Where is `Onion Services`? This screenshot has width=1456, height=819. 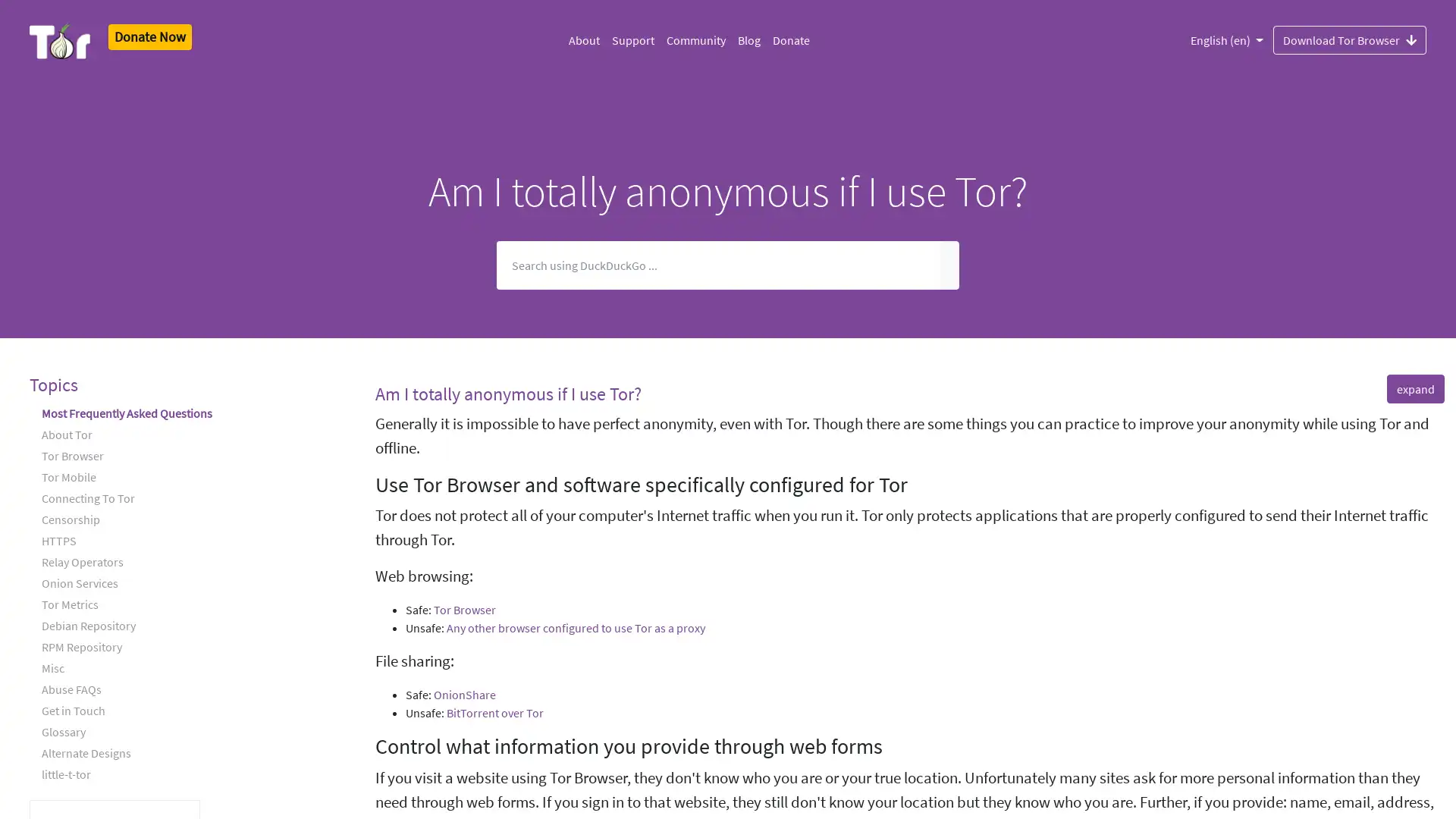
Onion Services is located at coordinates (187, 581).